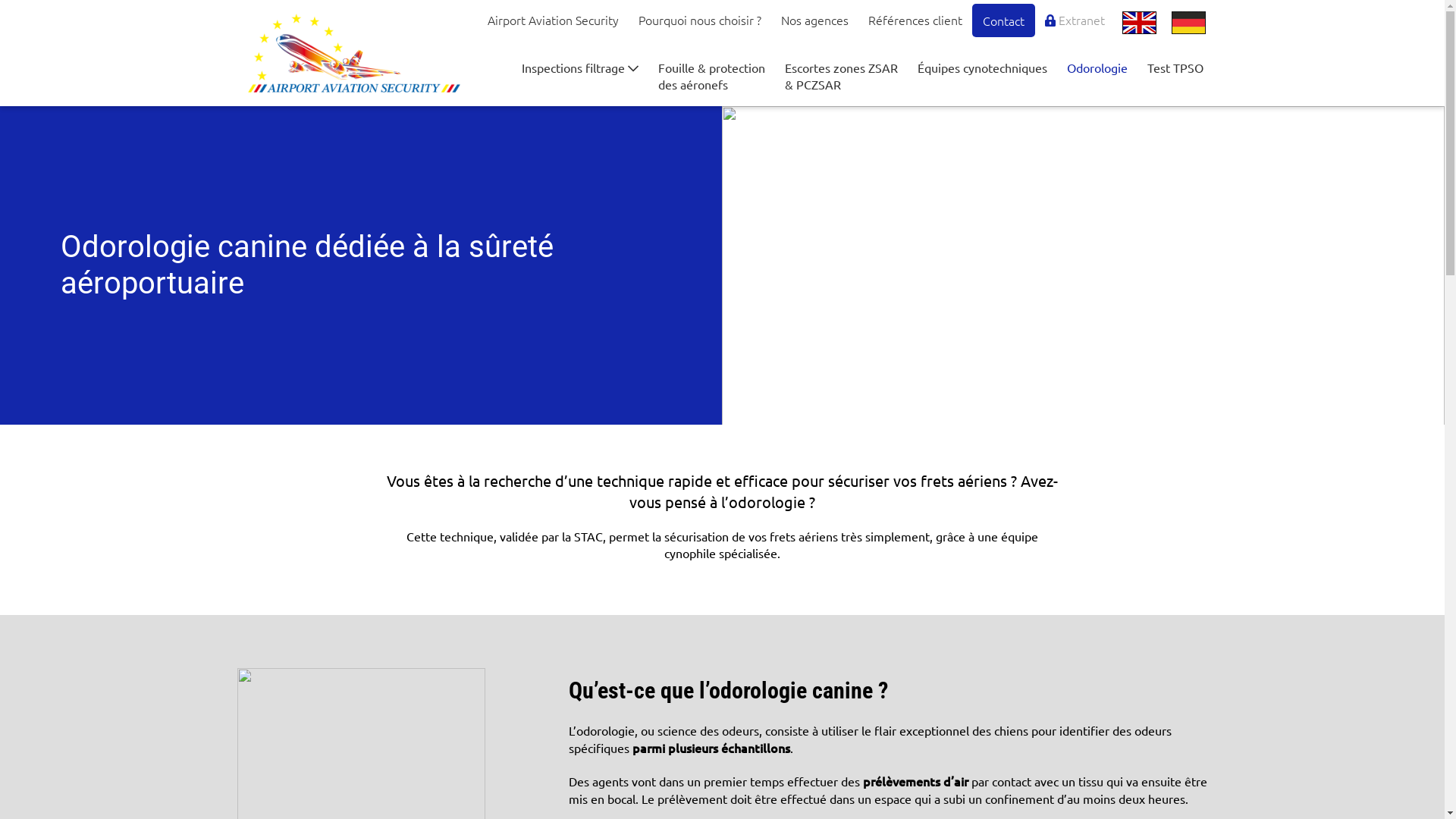  What do you see at coordinates (1175, 66) in the screenshot?
I see `'Test TPSO'` at bounding box center [1175, 66].